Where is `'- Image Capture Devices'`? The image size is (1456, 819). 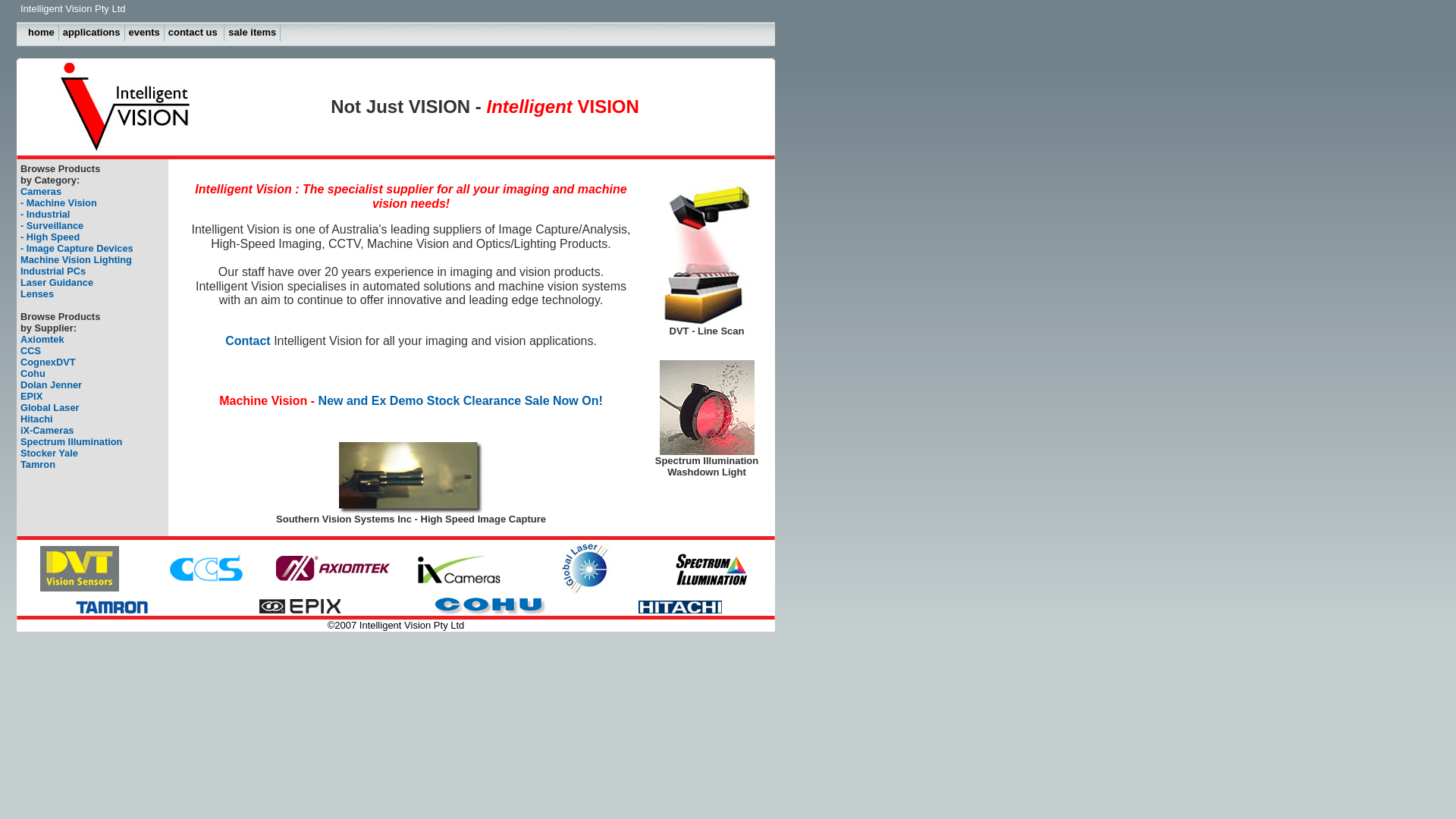
'- Image Capture Devices' is located at coordinates (76, 247).